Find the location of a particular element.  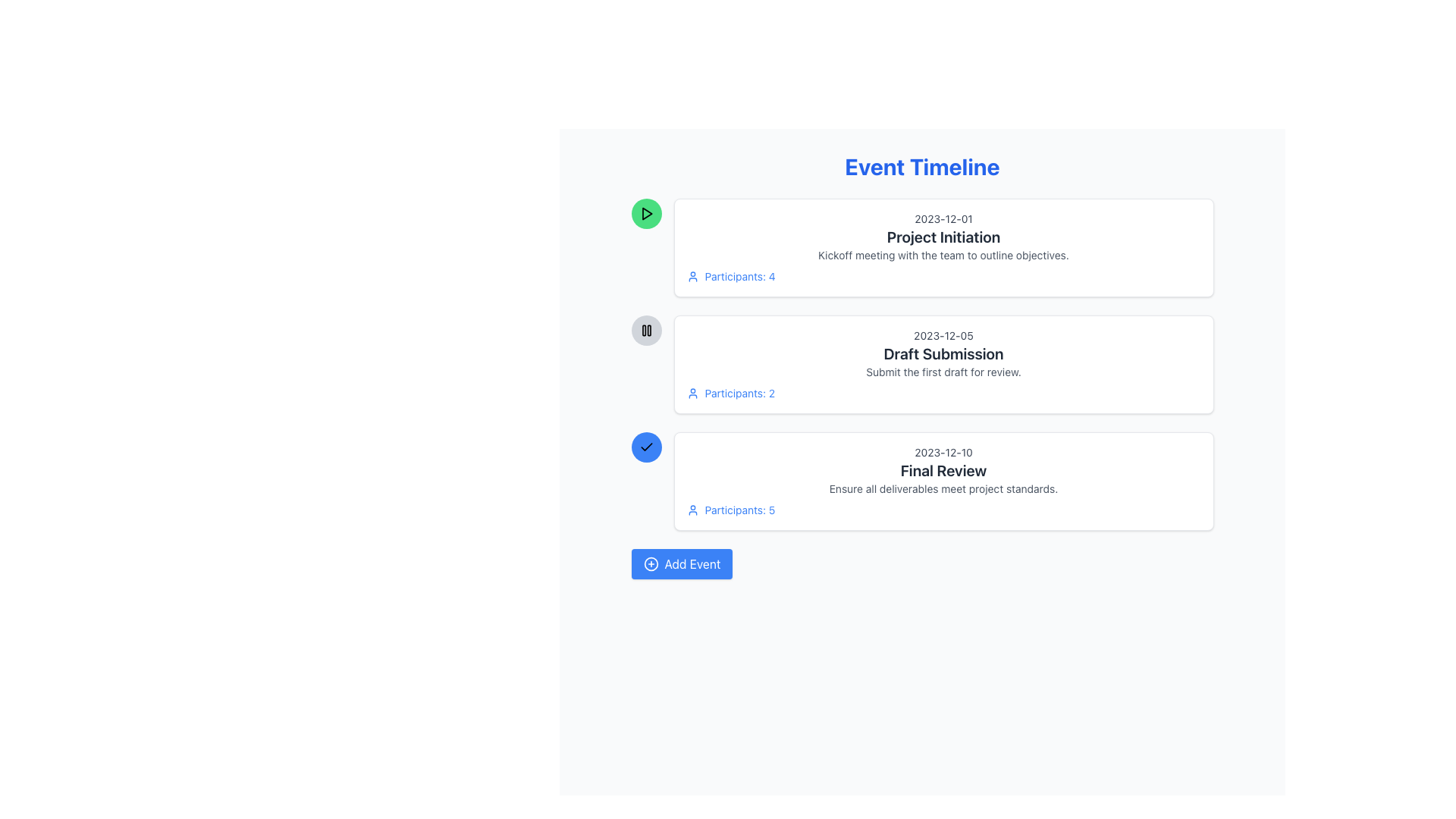

the 'Final Review' card element, which is the third item in a vertical list of event entries is located at coordinates (943, 482).